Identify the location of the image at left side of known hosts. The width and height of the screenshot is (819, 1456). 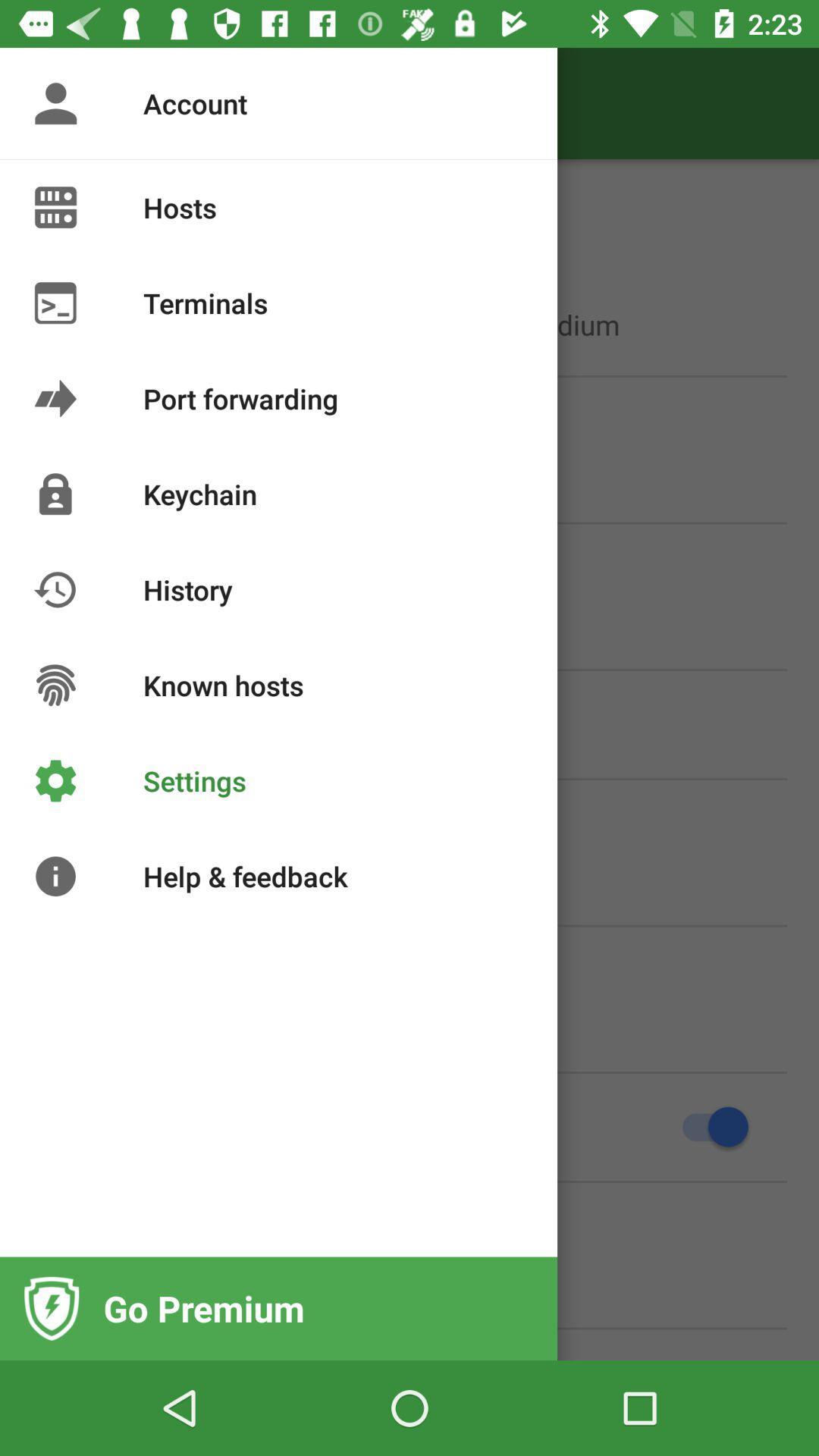
(55, 684).